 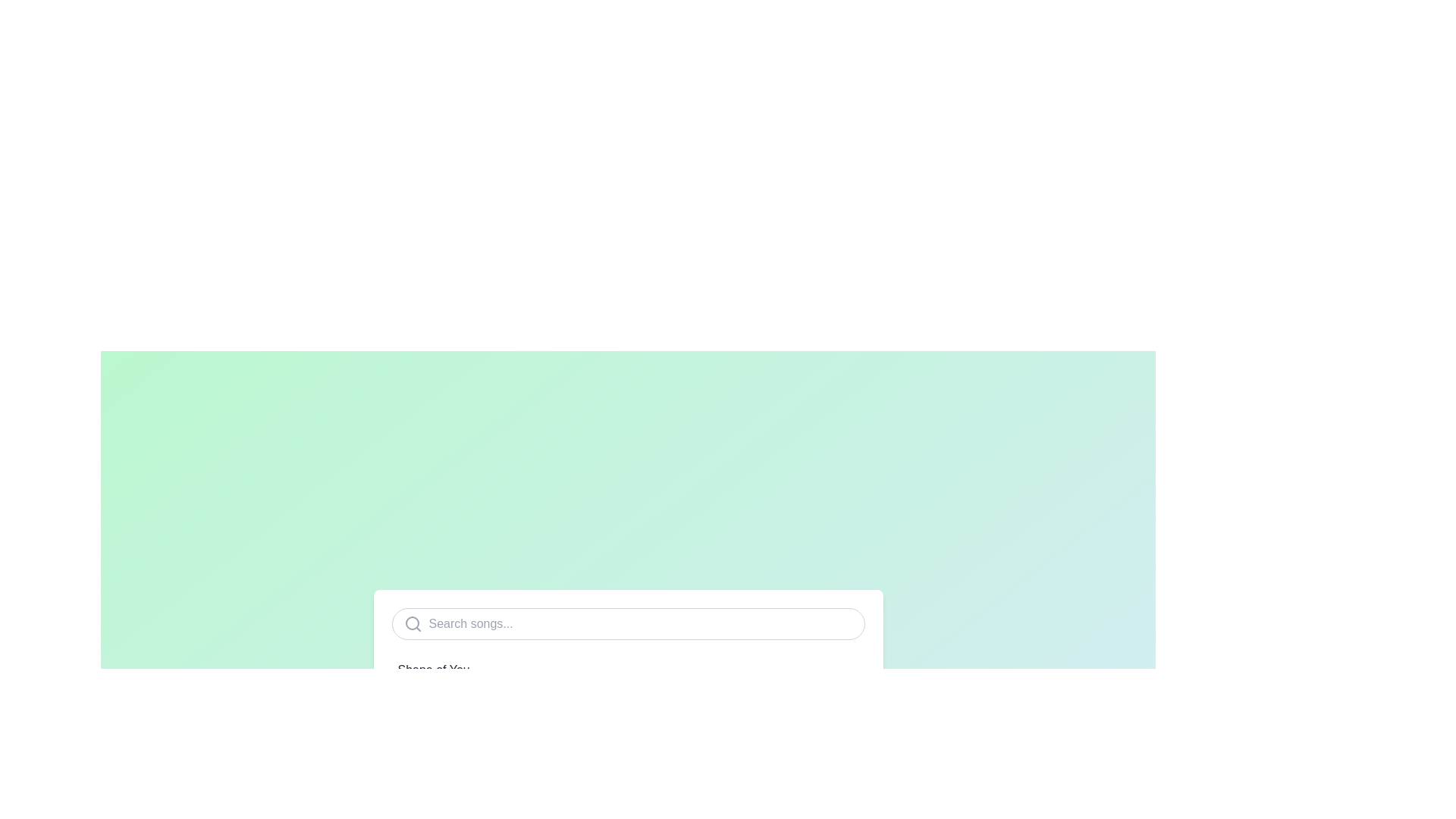 What do you see at coordinates (628, 677) in the screenshot?
I see `the first list item displaying 'Shape of You' by Ed Sheeran` at bounding box center [628, 677].